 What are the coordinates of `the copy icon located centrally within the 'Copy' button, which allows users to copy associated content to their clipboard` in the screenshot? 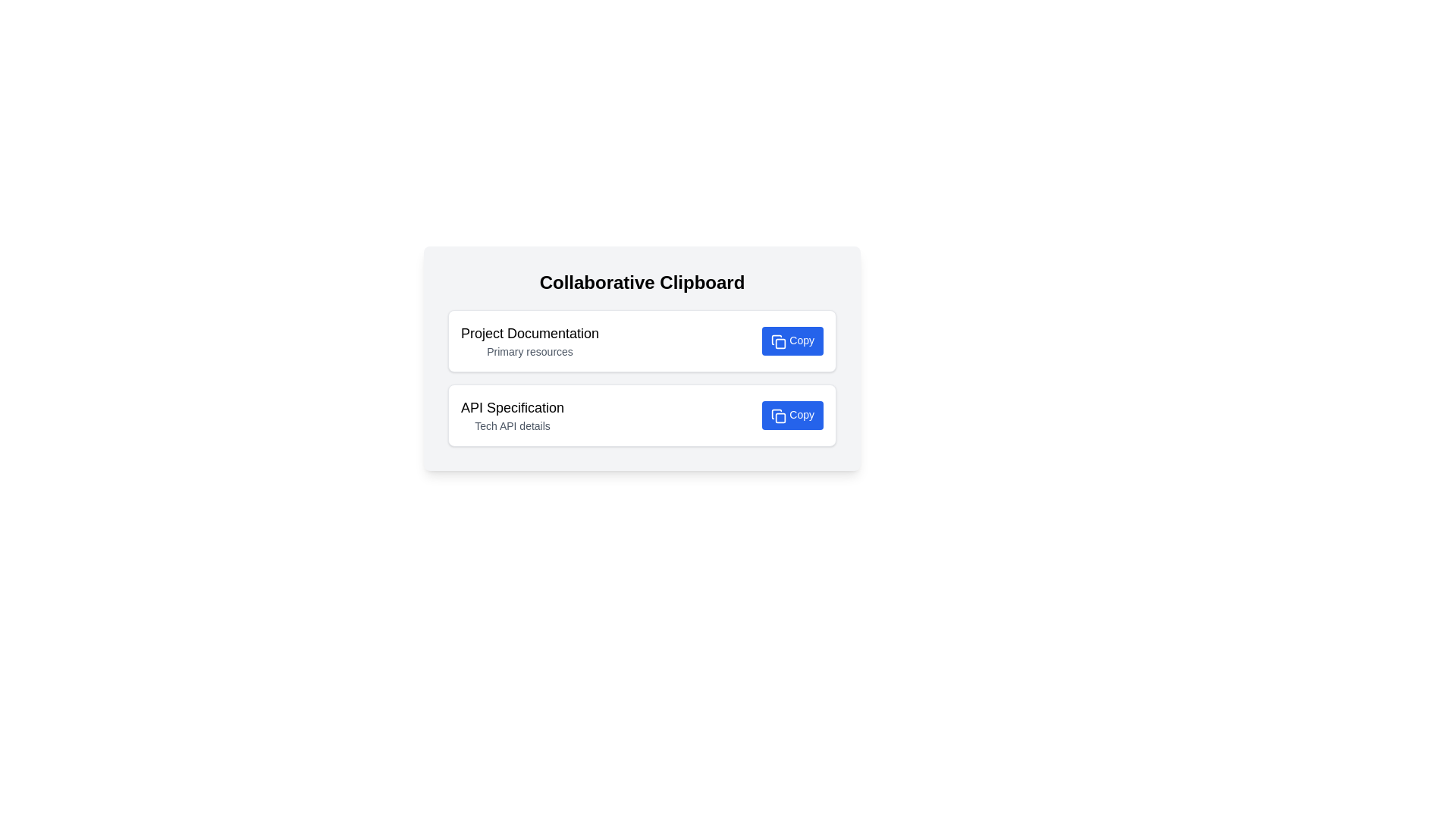 It's located at (779, 341).